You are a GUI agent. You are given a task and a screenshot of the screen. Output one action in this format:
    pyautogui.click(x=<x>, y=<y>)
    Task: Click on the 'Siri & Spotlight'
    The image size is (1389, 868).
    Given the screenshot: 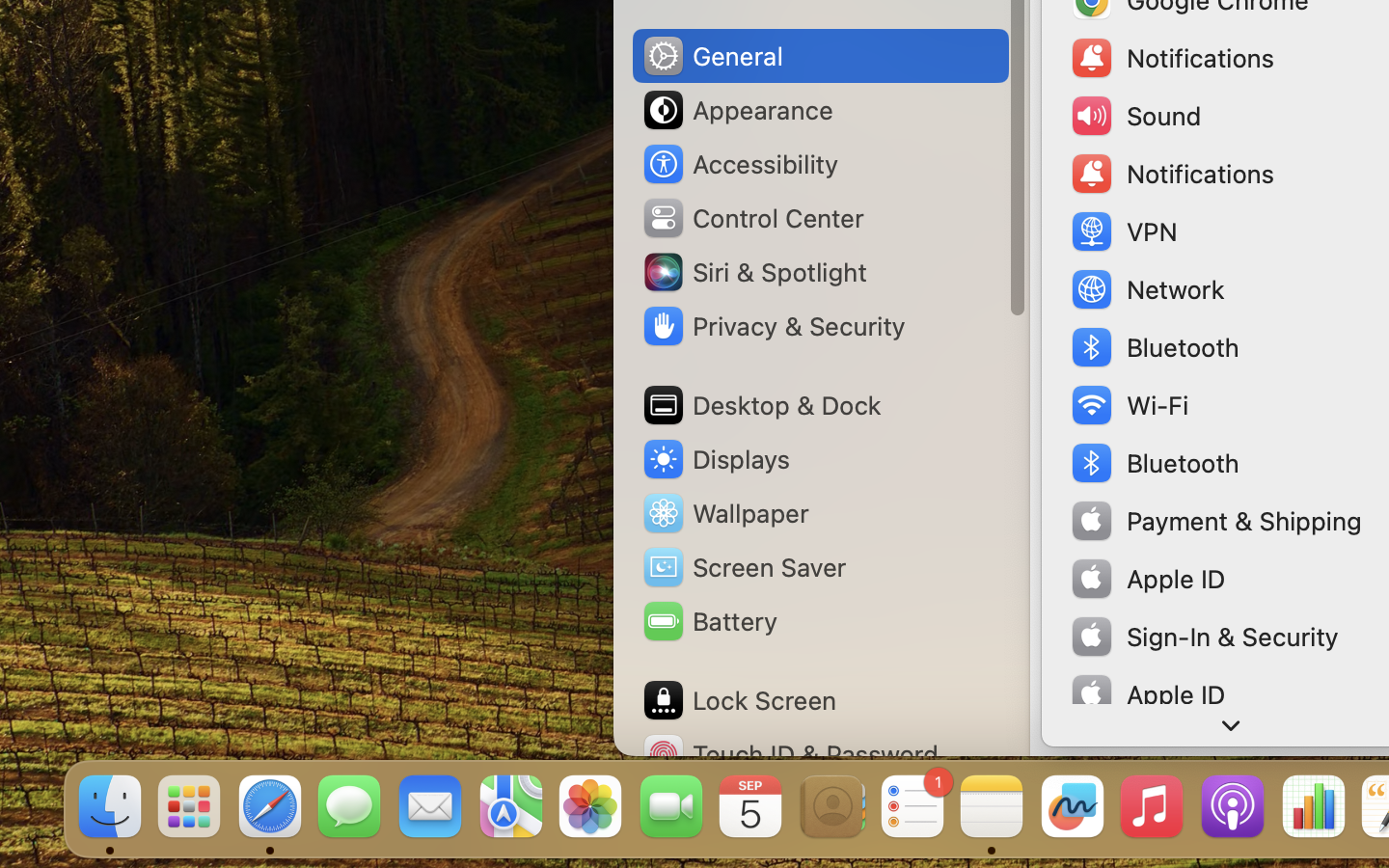 What is the action you would take?
    pyautogui.click(x=753, y=270)
    